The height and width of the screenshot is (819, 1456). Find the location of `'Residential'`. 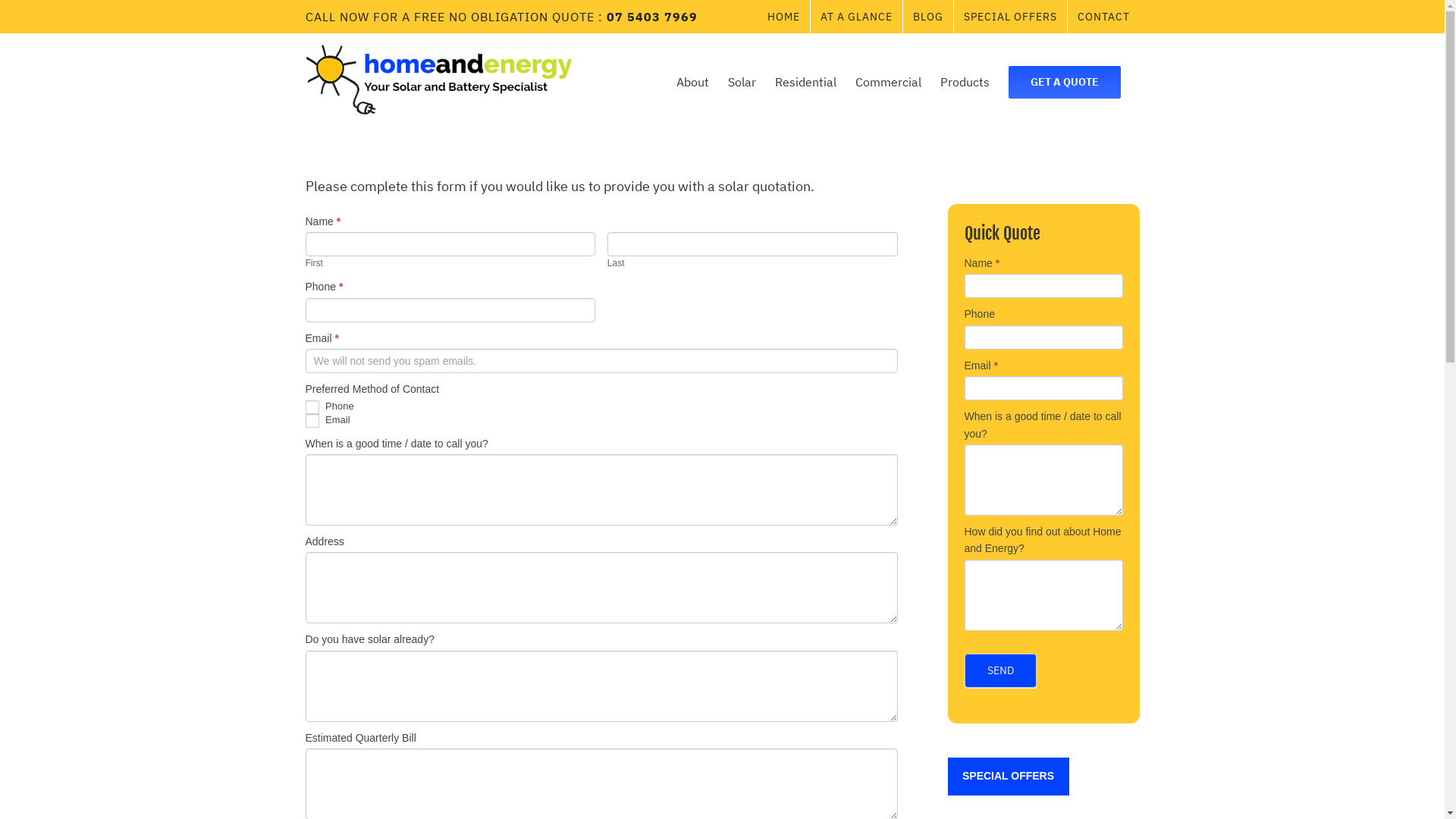

'Residential' is located at coordinates (805, 82).